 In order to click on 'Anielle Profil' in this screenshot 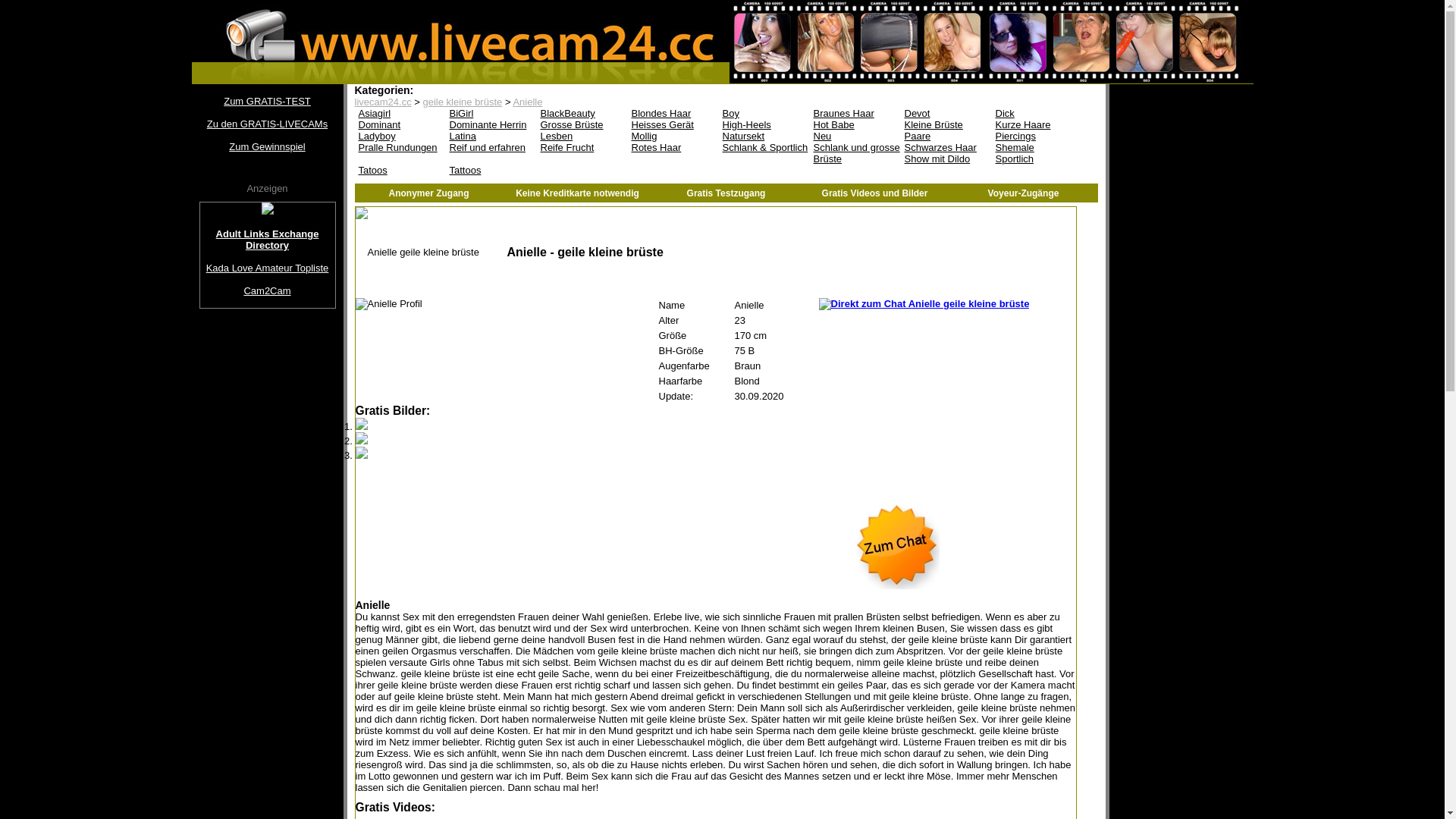, I will do `click(388, 304)`.